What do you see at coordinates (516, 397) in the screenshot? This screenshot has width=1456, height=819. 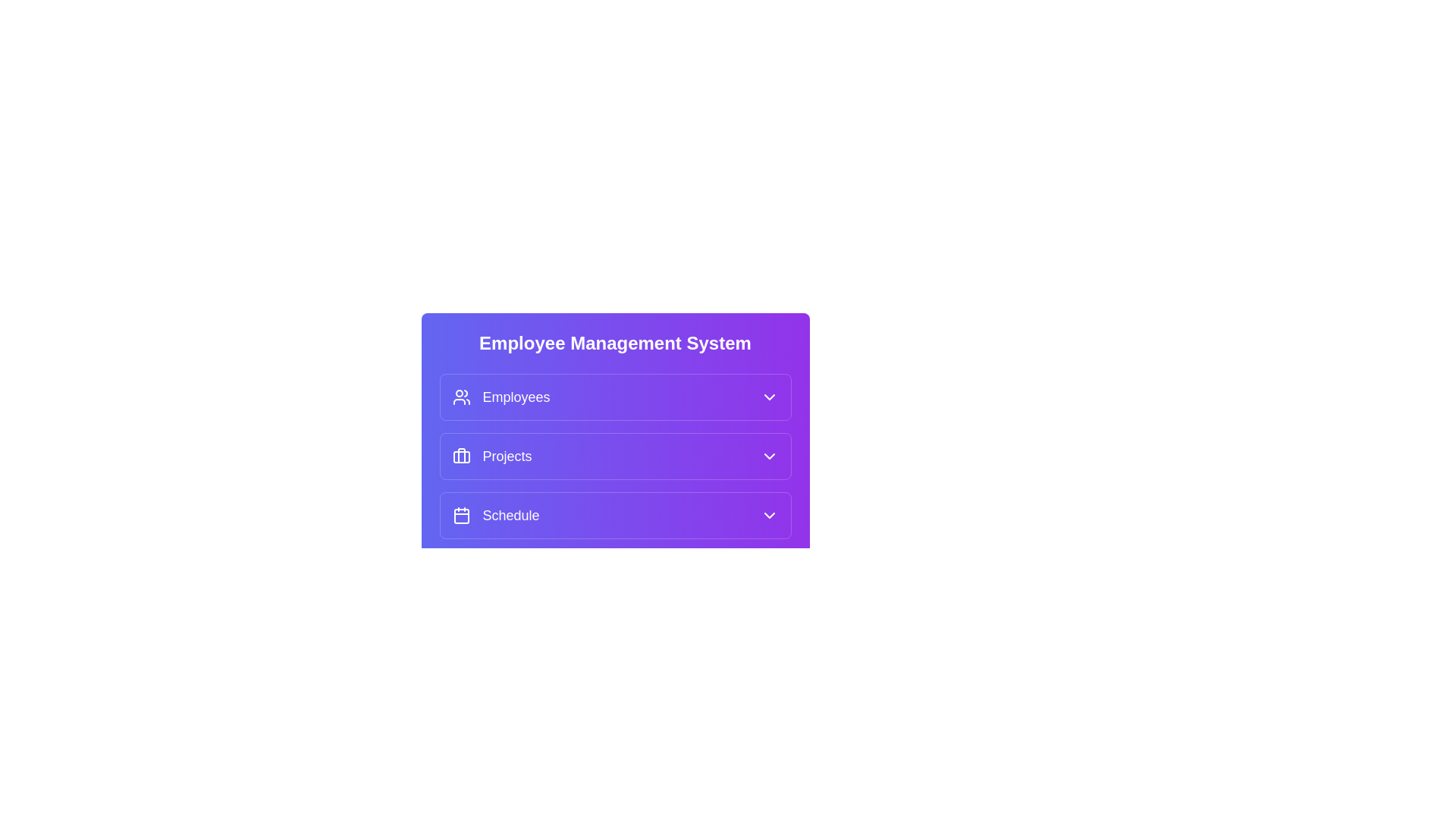 I see `text label representing the menu option for viewing or managing employees, which is positioned as the first item in a vertically stacked menu, to the right of a user-group icon and to the left of a dropdown indicator` at bounding box center [516, 397].